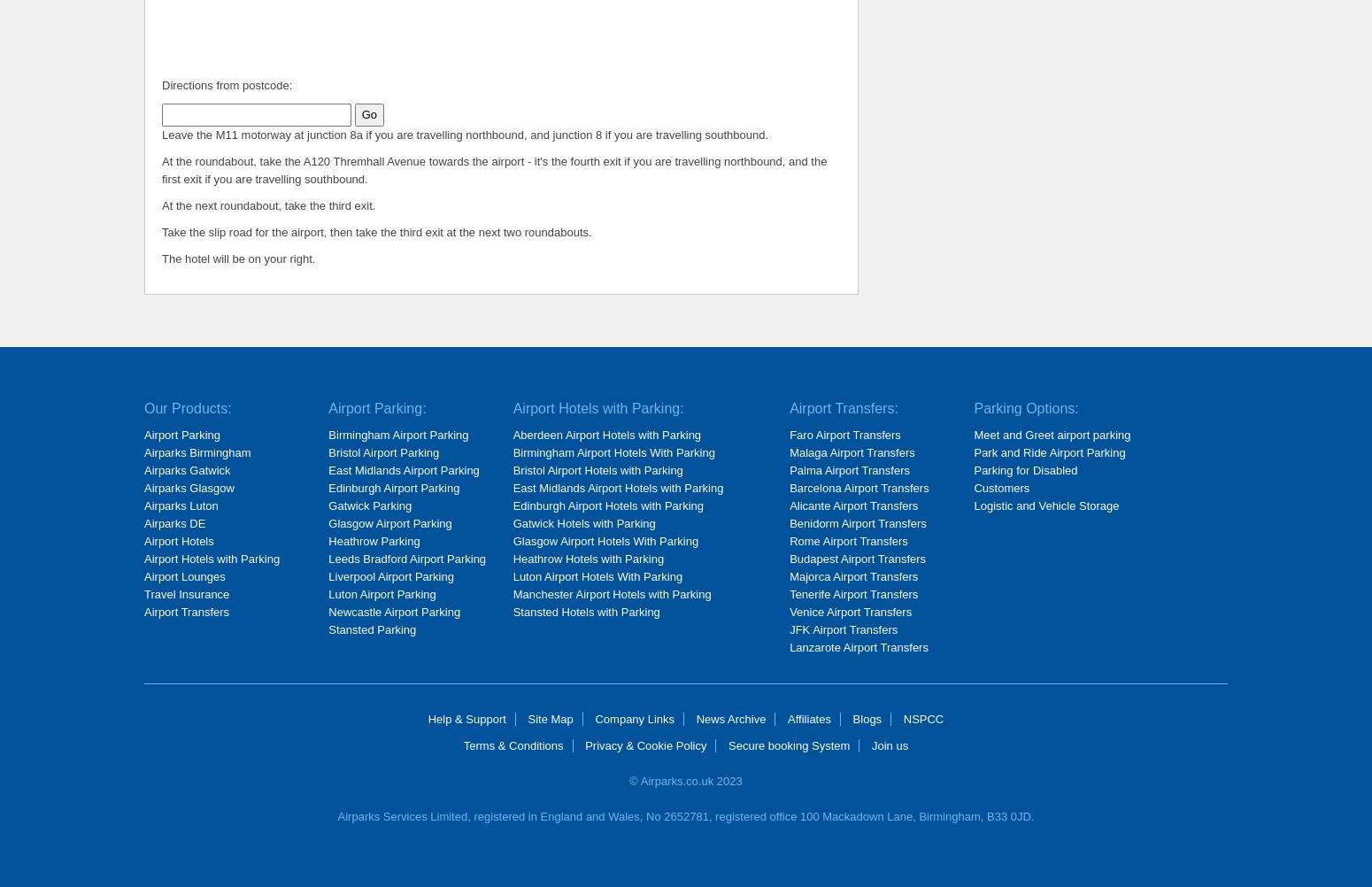  I want to click on 'Airparks Glasgow', so click(143, 488).